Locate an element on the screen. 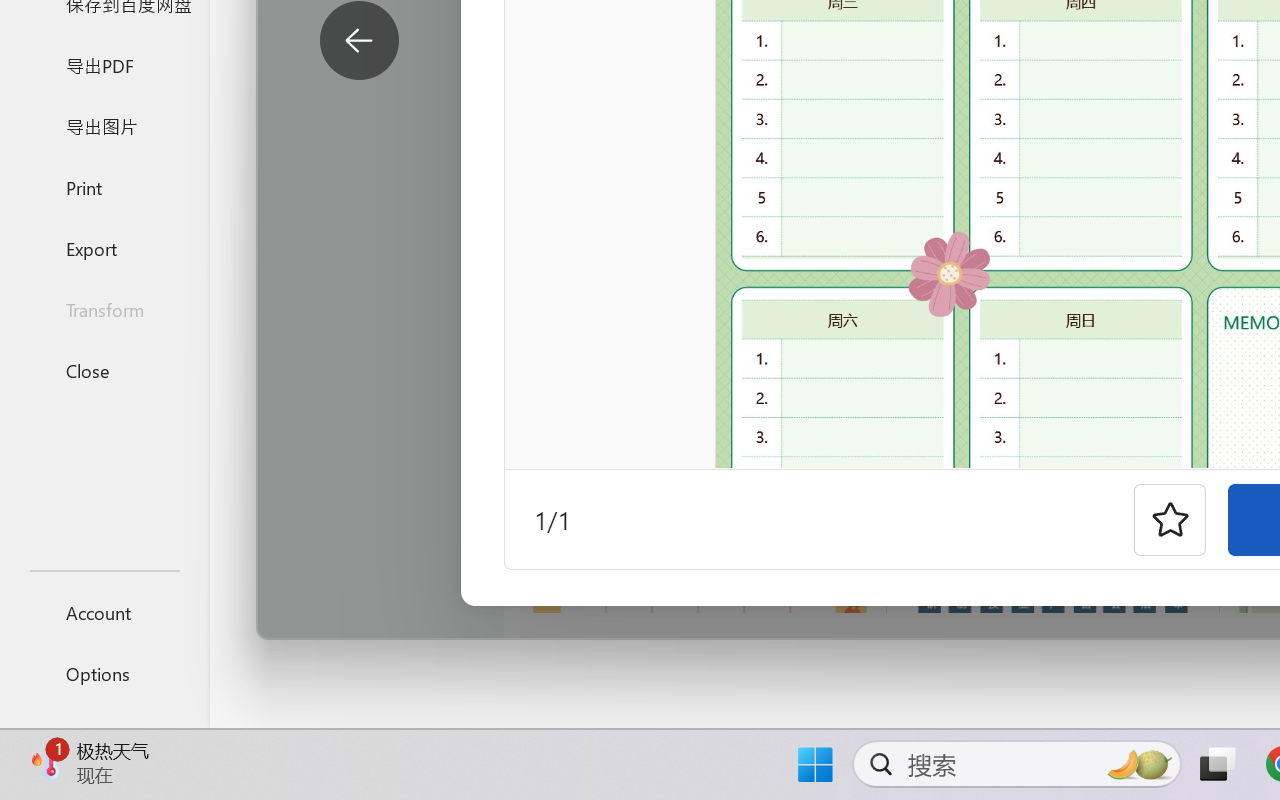  'Transform' is located at coordinates (103, 308).